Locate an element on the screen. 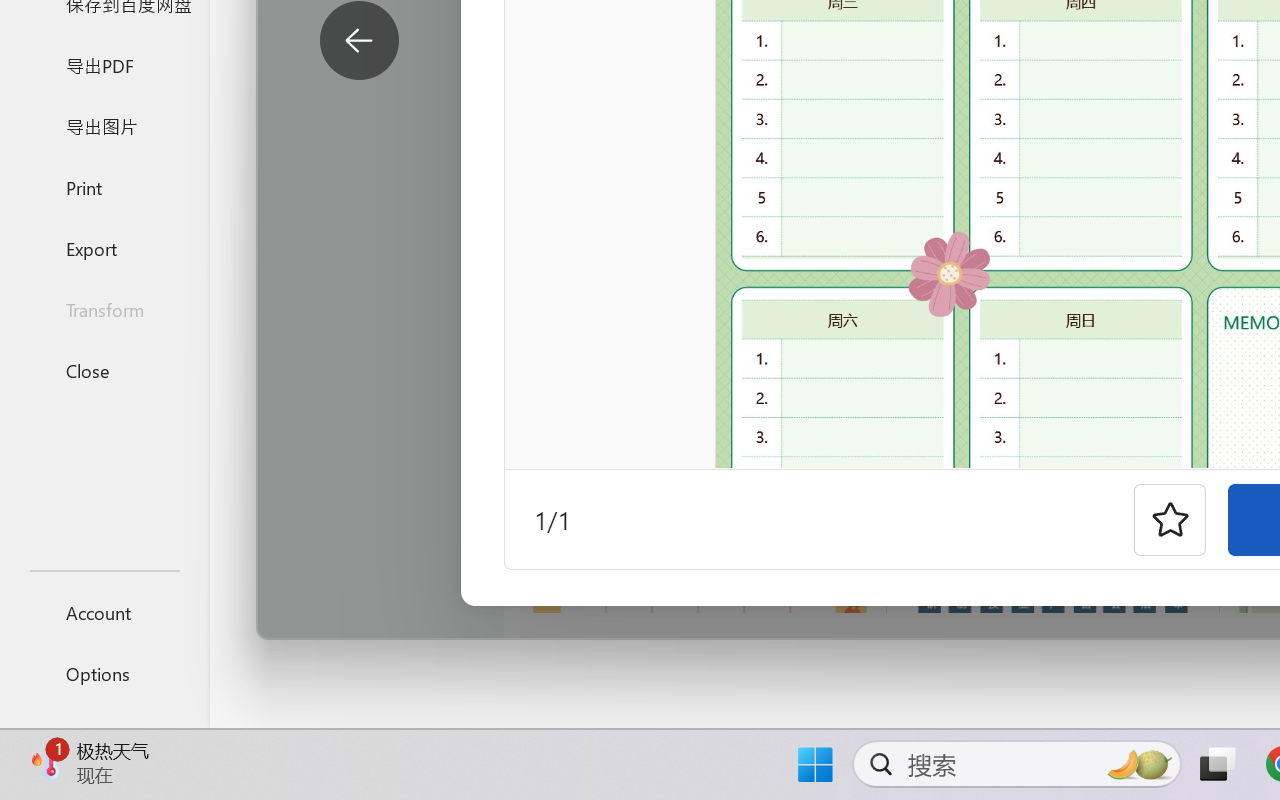  'Transform' is located at coordinates (103, 308).